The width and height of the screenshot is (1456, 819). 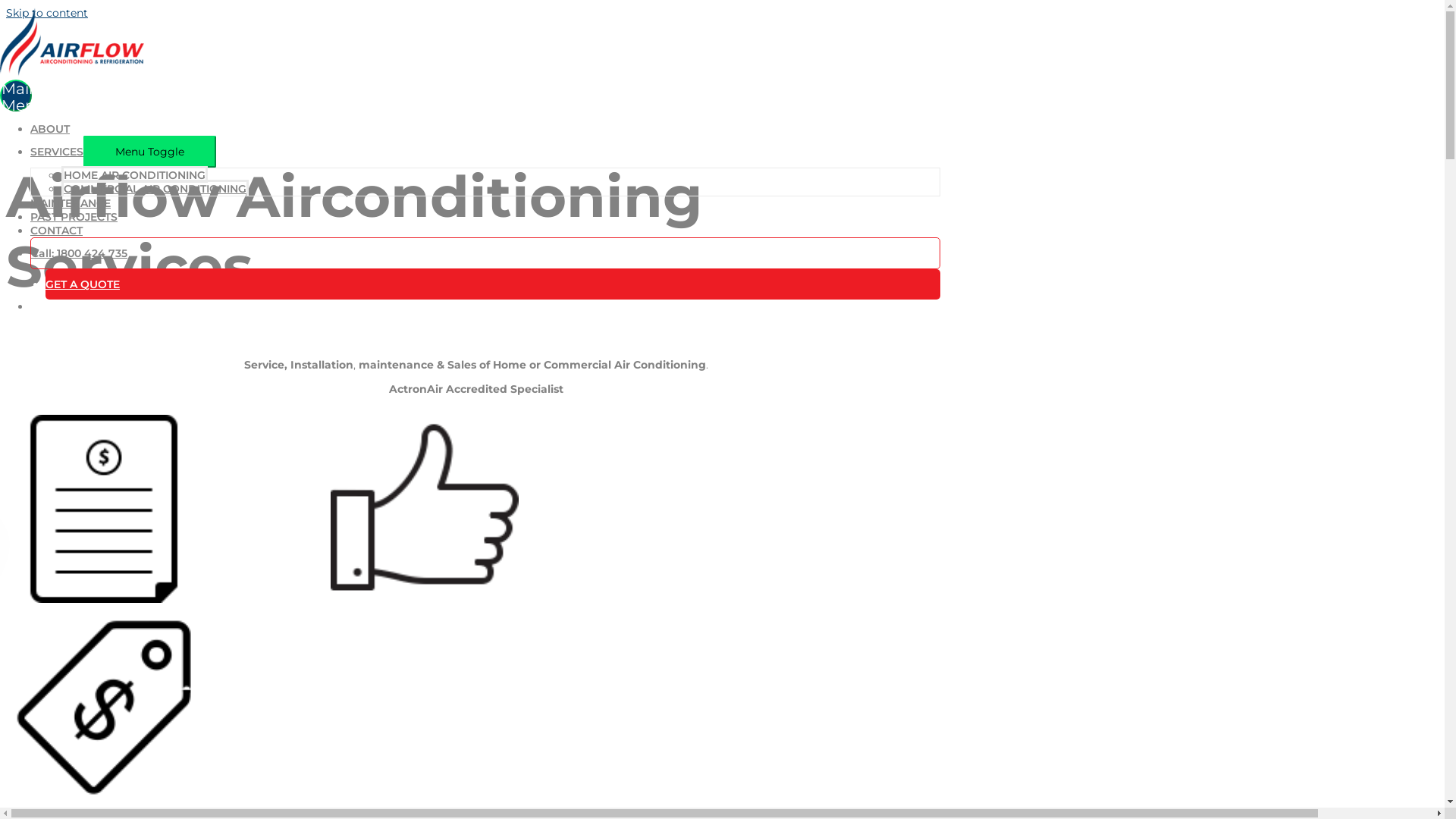 I want to click on 'PAST PROJECTS', so click(x=30, y=216).